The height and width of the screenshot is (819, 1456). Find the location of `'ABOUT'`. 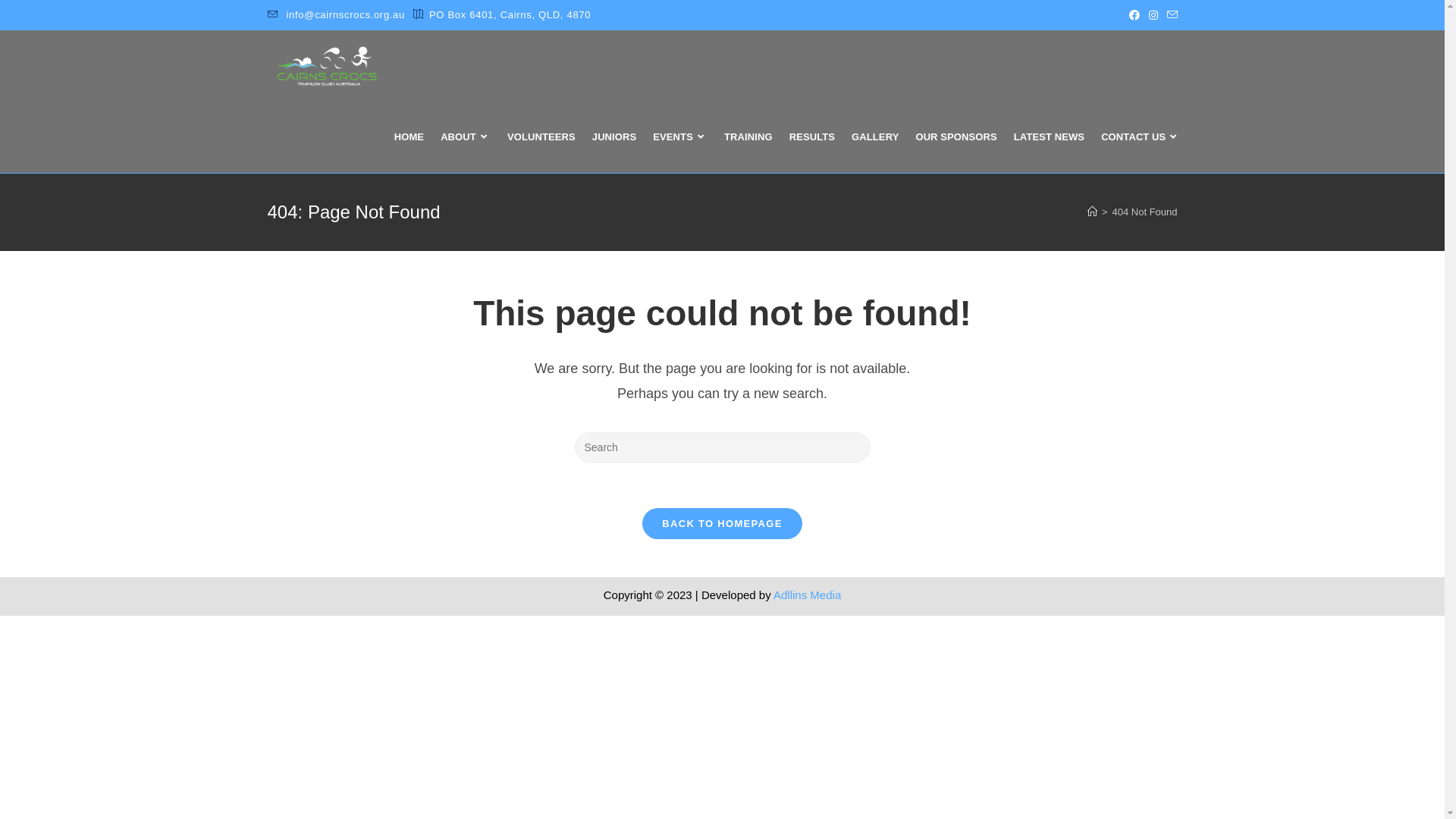

'ABOUT' is located at coordinates (465, 137).